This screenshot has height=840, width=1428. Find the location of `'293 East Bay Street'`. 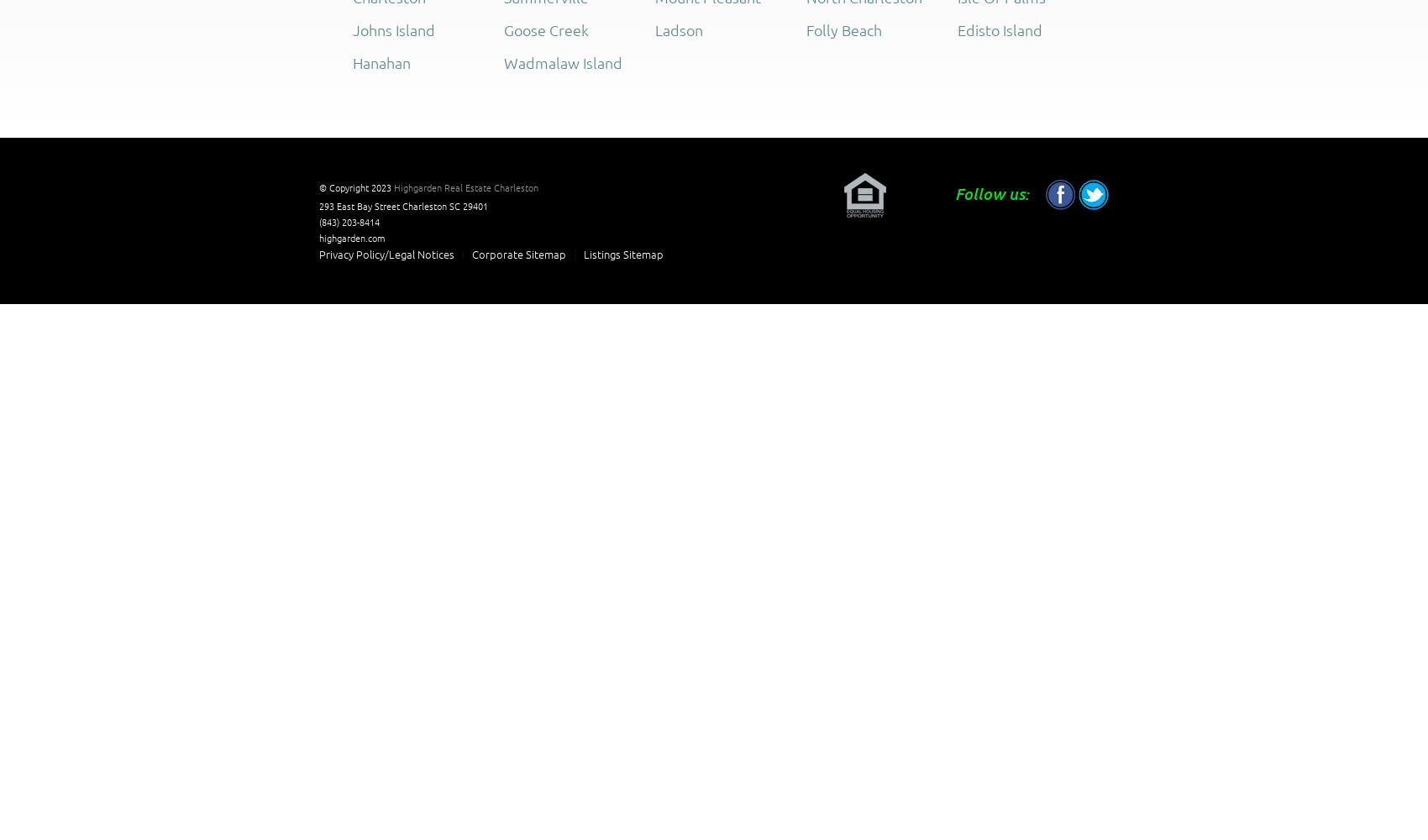

'293 East Bay Street' is located at coordinates (318, 205).